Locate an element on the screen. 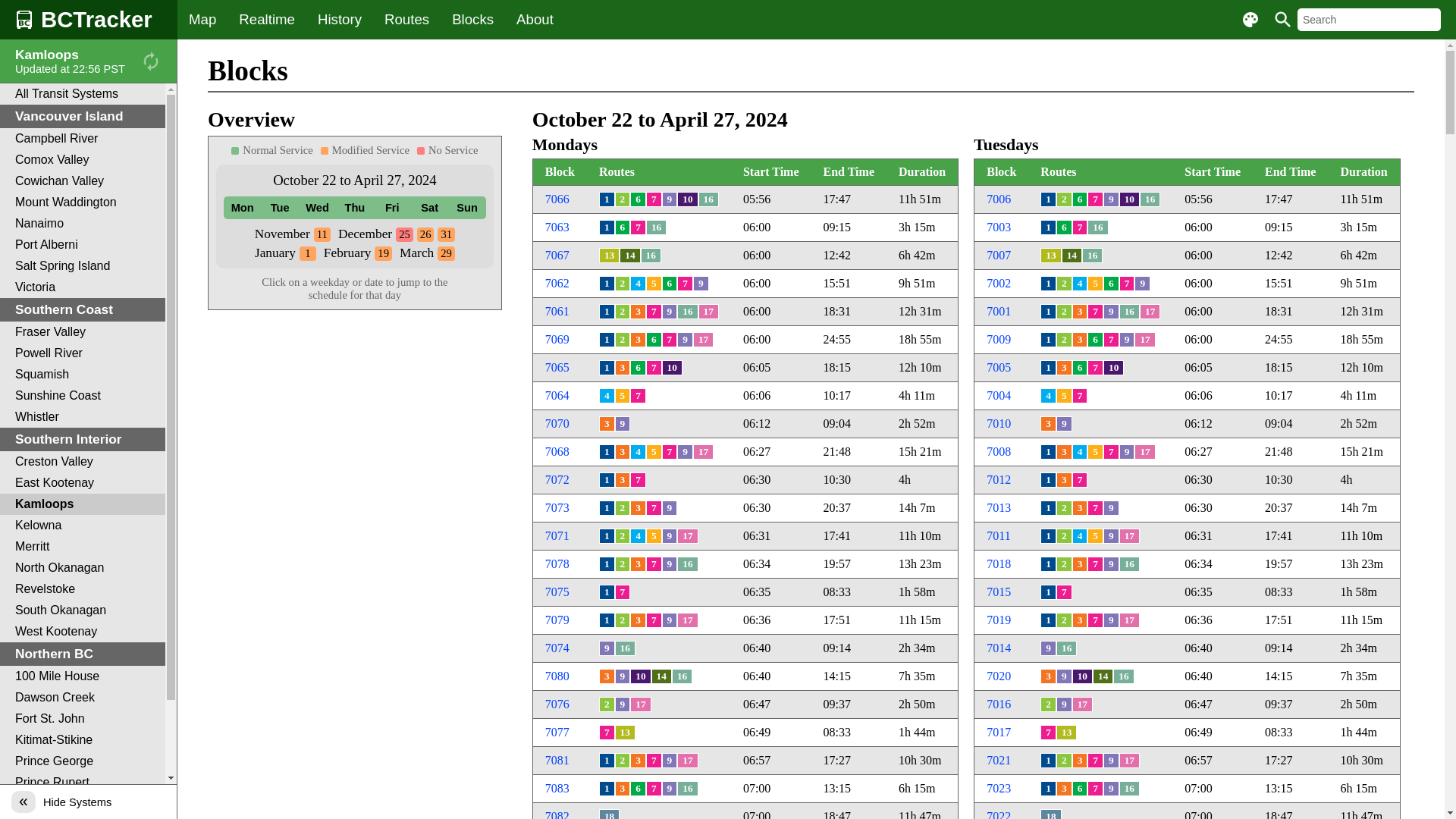 The width and height of the screenshot is (1456, 819). '16' is located at coordinates (1129, 788).